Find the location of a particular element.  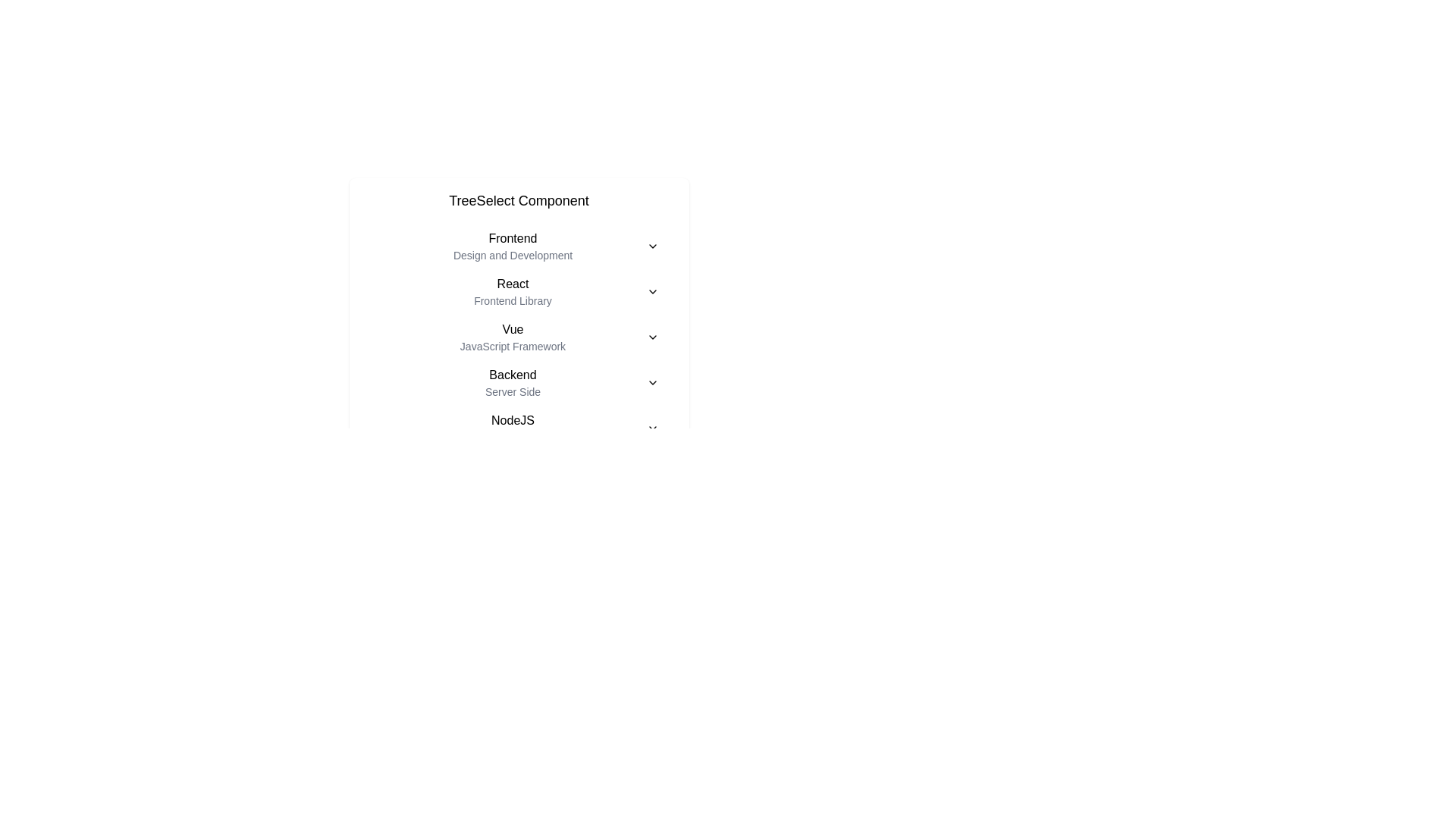

the Text label in the tree structure under the 'Backend Server Side' category is located at coordinates (519, 428).